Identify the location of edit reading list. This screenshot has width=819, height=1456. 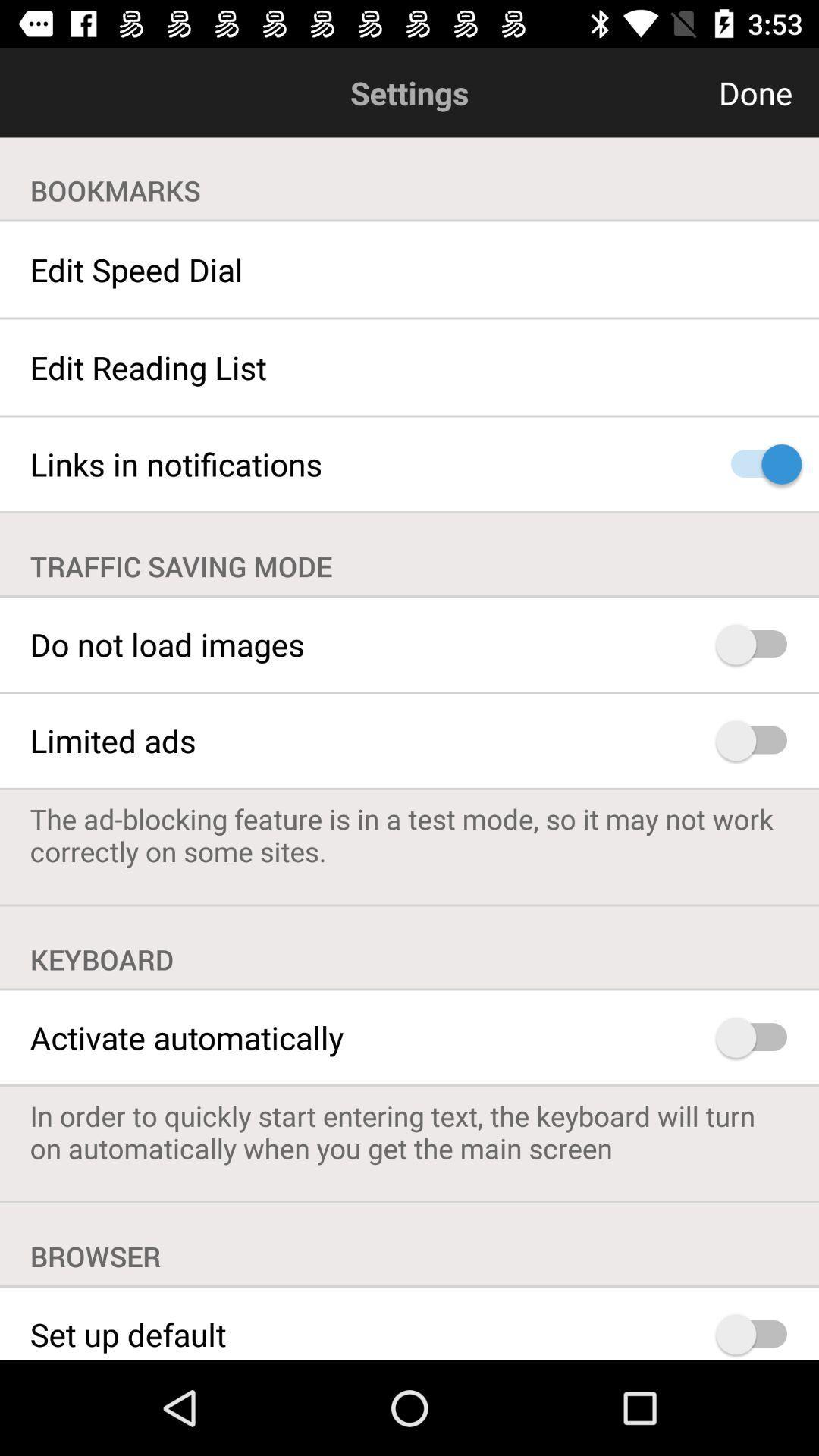
(409, 367).